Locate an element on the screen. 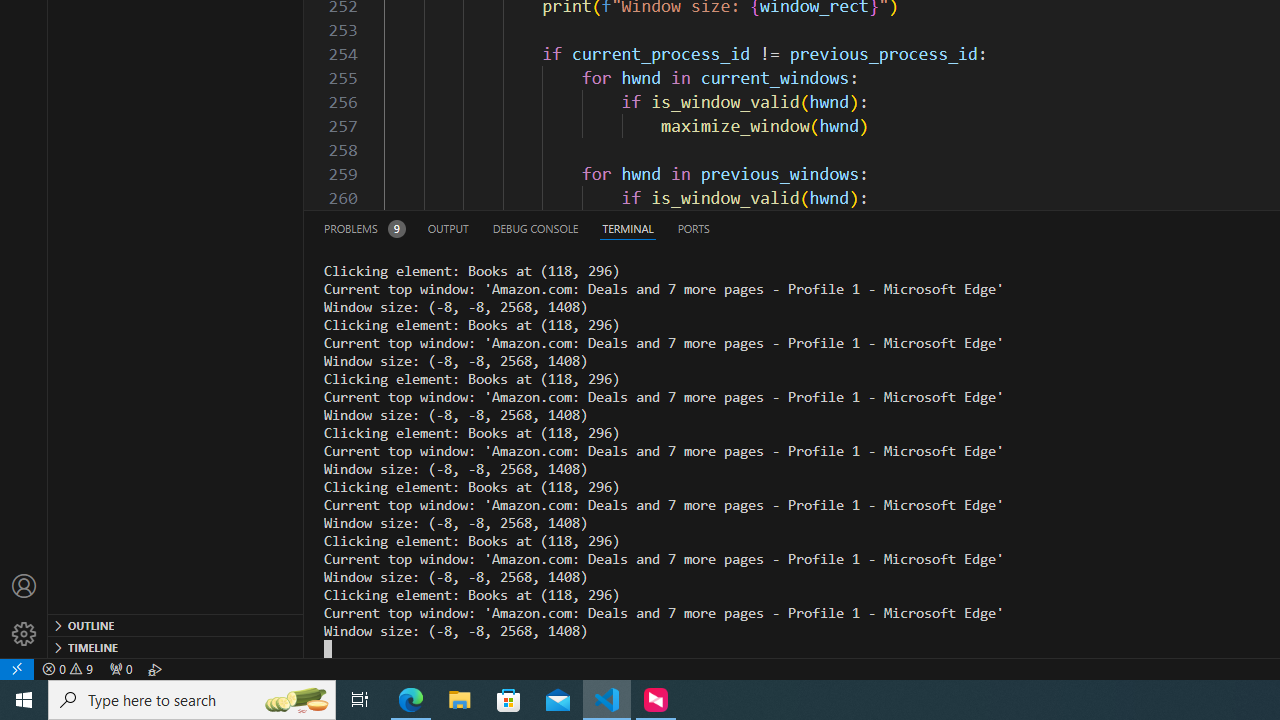 The image size is (1280, 720). 'No Ports Forwarded' is located at coordinates (119, 668).